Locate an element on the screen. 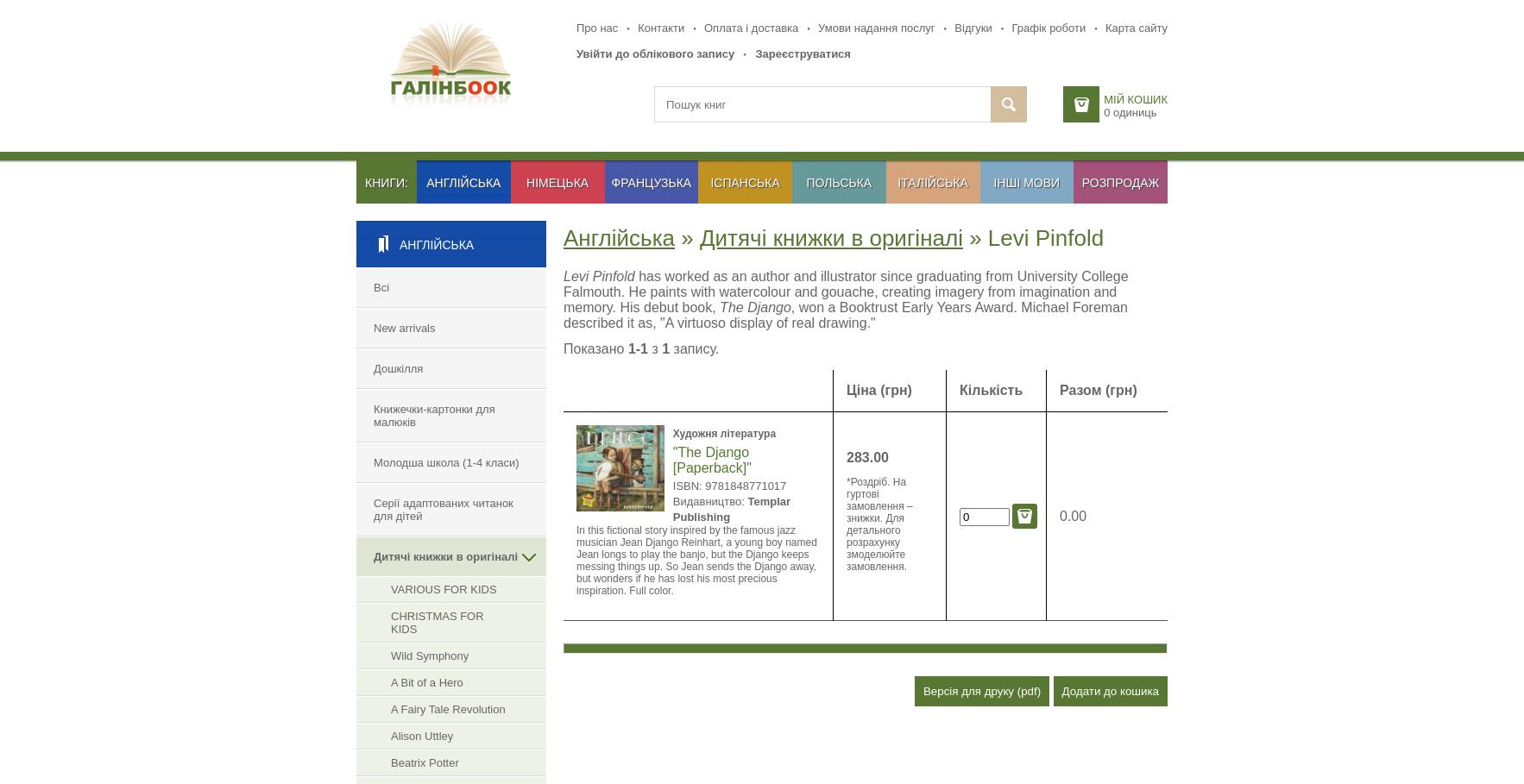 This screenshot has width=1524, height=784. 'Молодша школа (1-4 класи)' is located at coordinates (446, 462).